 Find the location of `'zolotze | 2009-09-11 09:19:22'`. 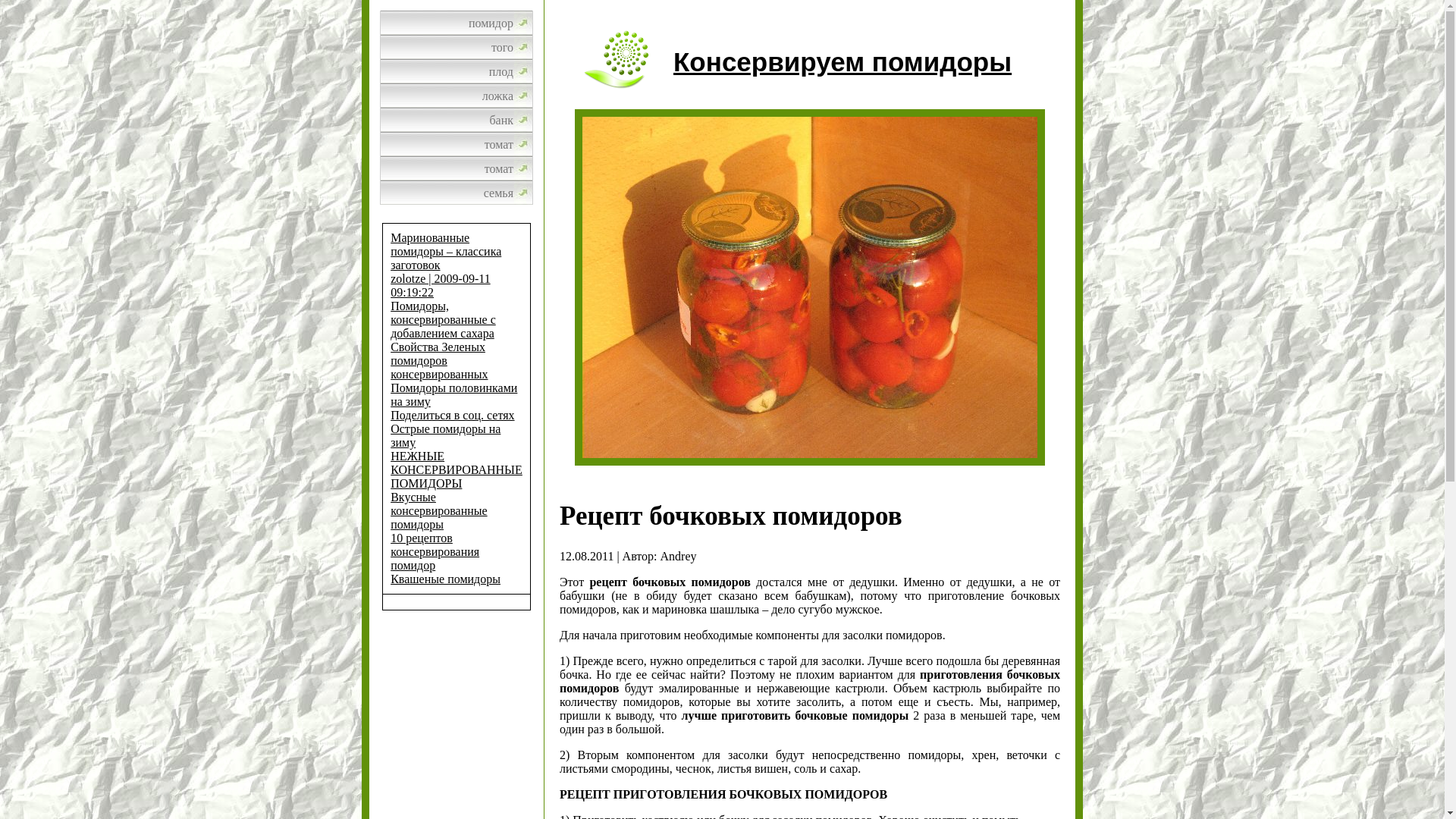

'zolotze | 2009-09-11 09:19:22' is located at coordinates (439, 285).